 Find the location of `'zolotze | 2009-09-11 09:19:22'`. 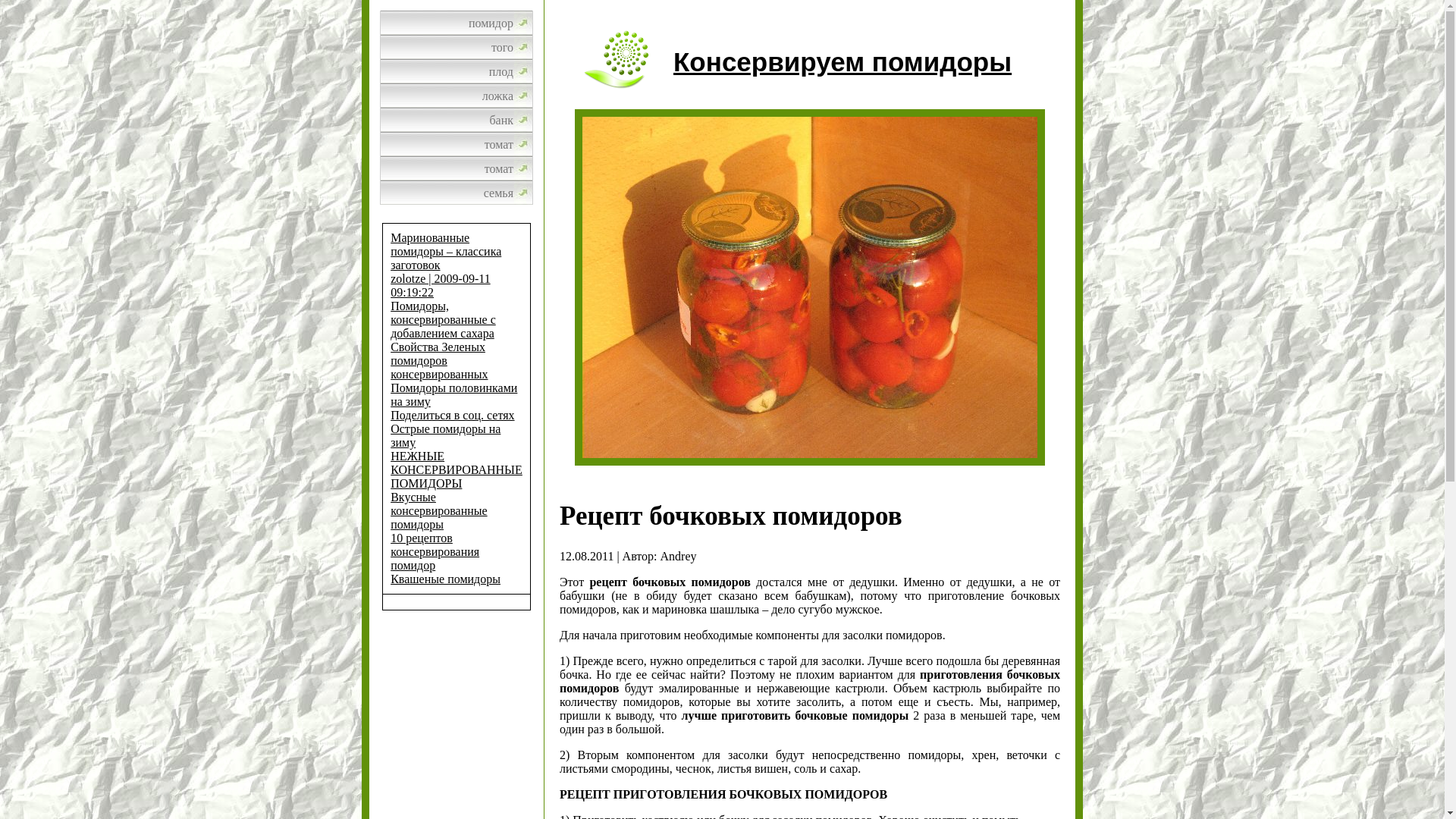

'zolotze | 2009-09-11 09:19:22' is located at coordinates (439, 285).